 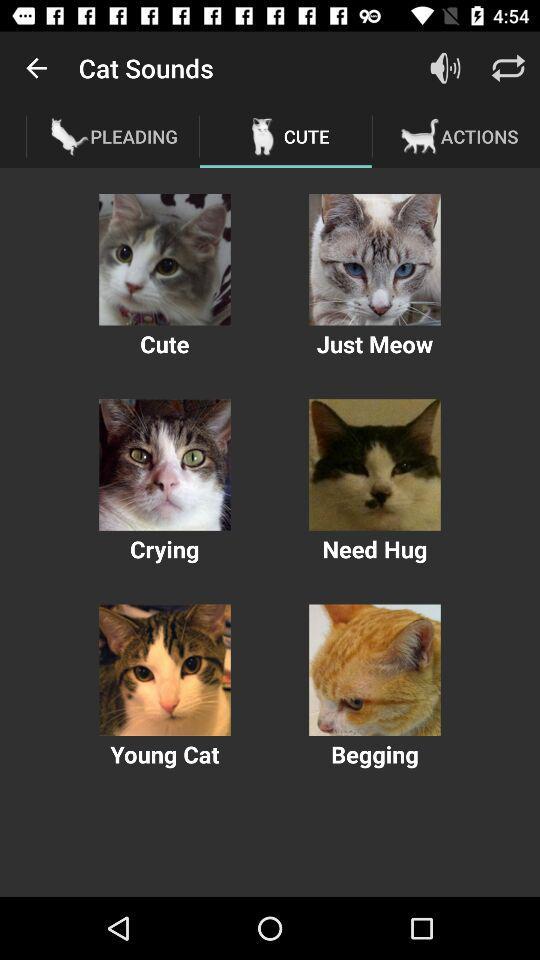 What do you see at coordinates (445, 68) in the screenshot?
I see `sound is on` at bounding box center [445, 68].